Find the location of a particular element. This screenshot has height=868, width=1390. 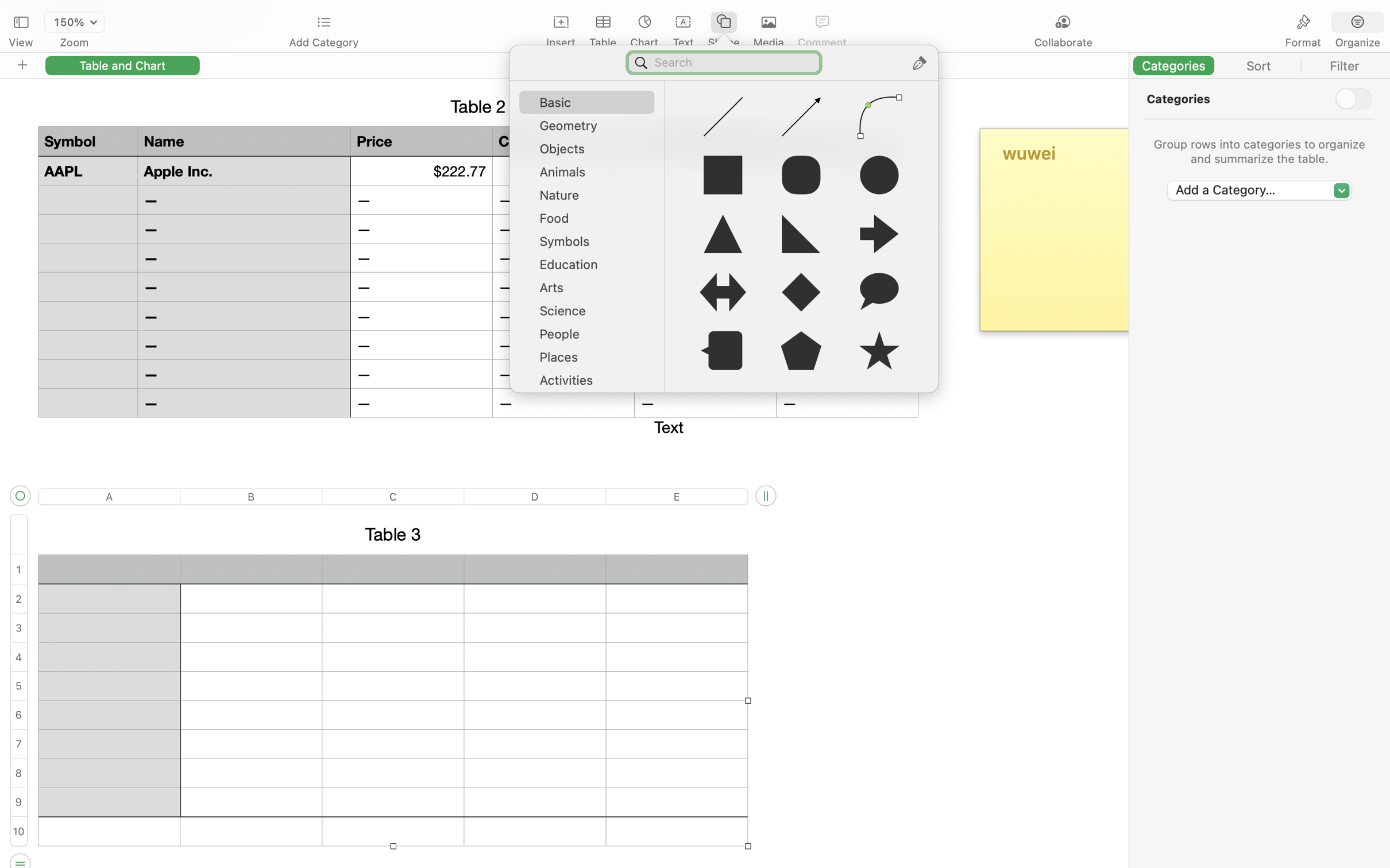

'Format' is located at coordinates (1303, 42).